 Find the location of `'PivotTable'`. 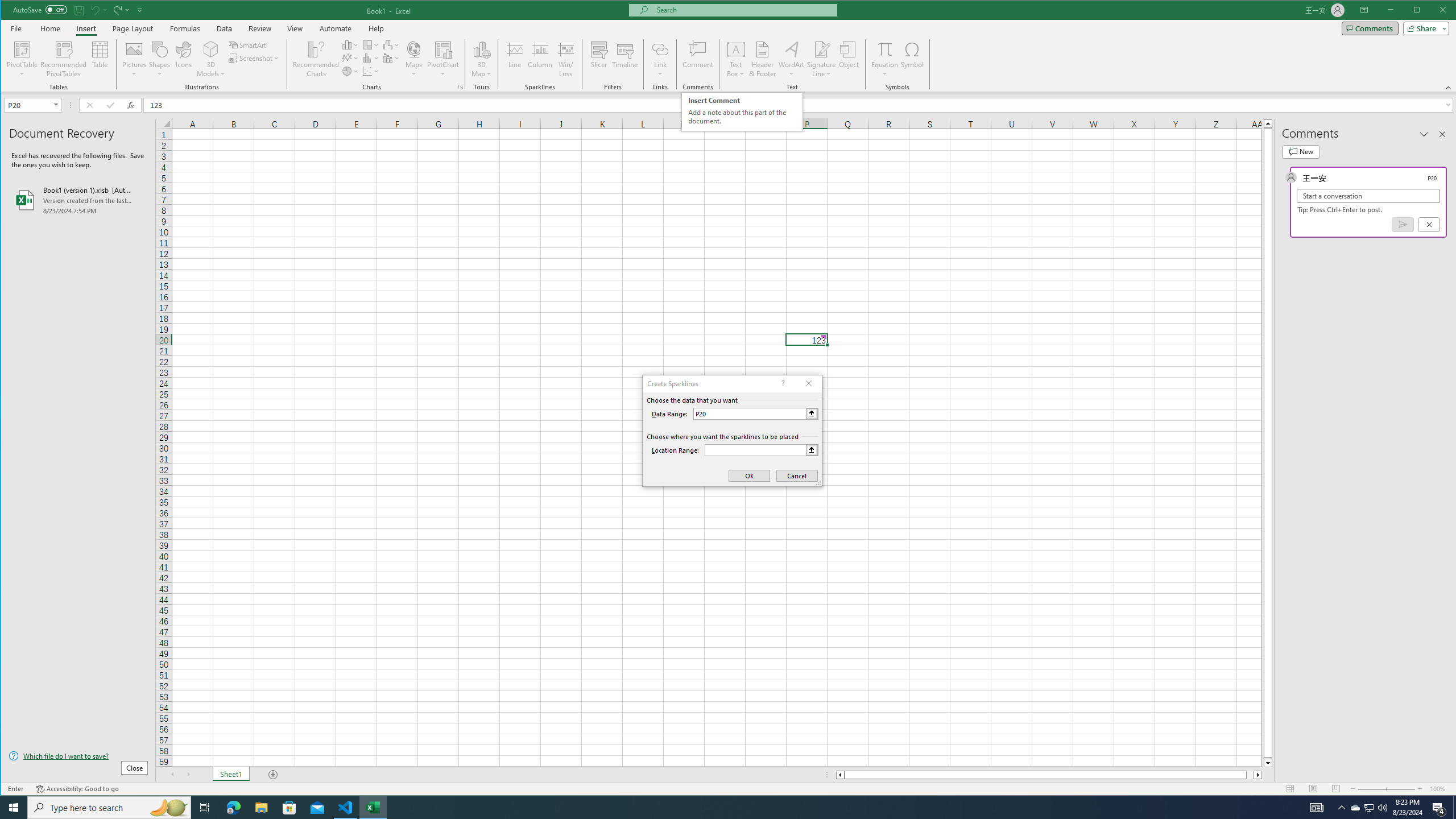

'PivotTable' is located at coordinates (22, 48).